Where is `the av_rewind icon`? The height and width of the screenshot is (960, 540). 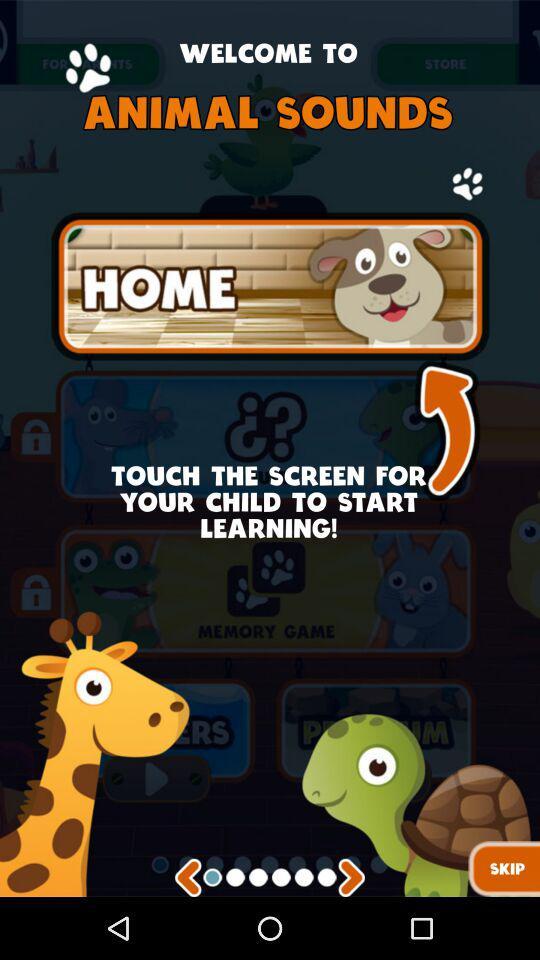 the av_rewind icon is located at coordinates (188, 939).